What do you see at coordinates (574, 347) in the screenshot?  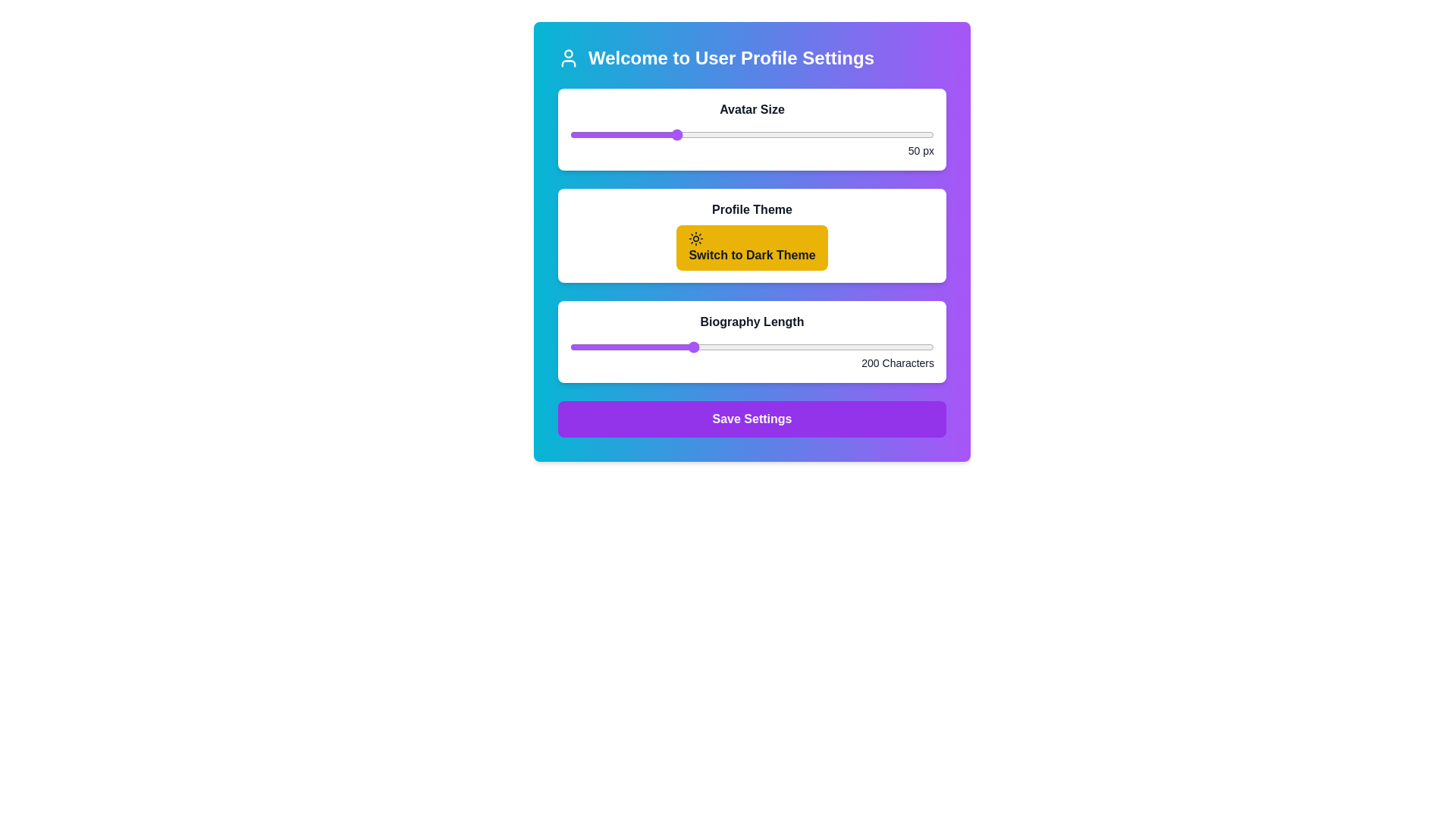 I see `the biography length` at bounding box center [574, 347].